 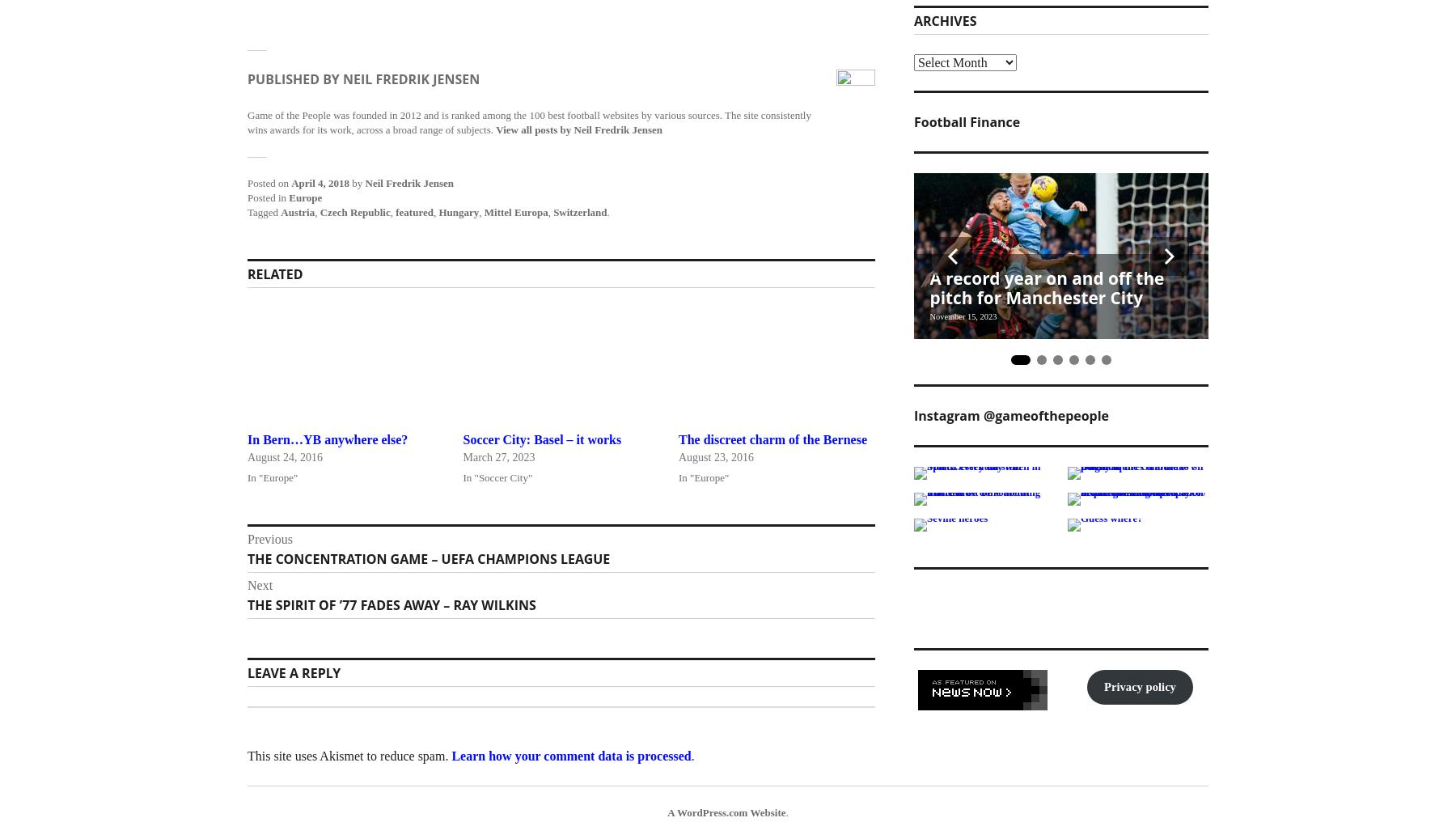 I want to click on 'Posted in', so click(x=267, y=197).